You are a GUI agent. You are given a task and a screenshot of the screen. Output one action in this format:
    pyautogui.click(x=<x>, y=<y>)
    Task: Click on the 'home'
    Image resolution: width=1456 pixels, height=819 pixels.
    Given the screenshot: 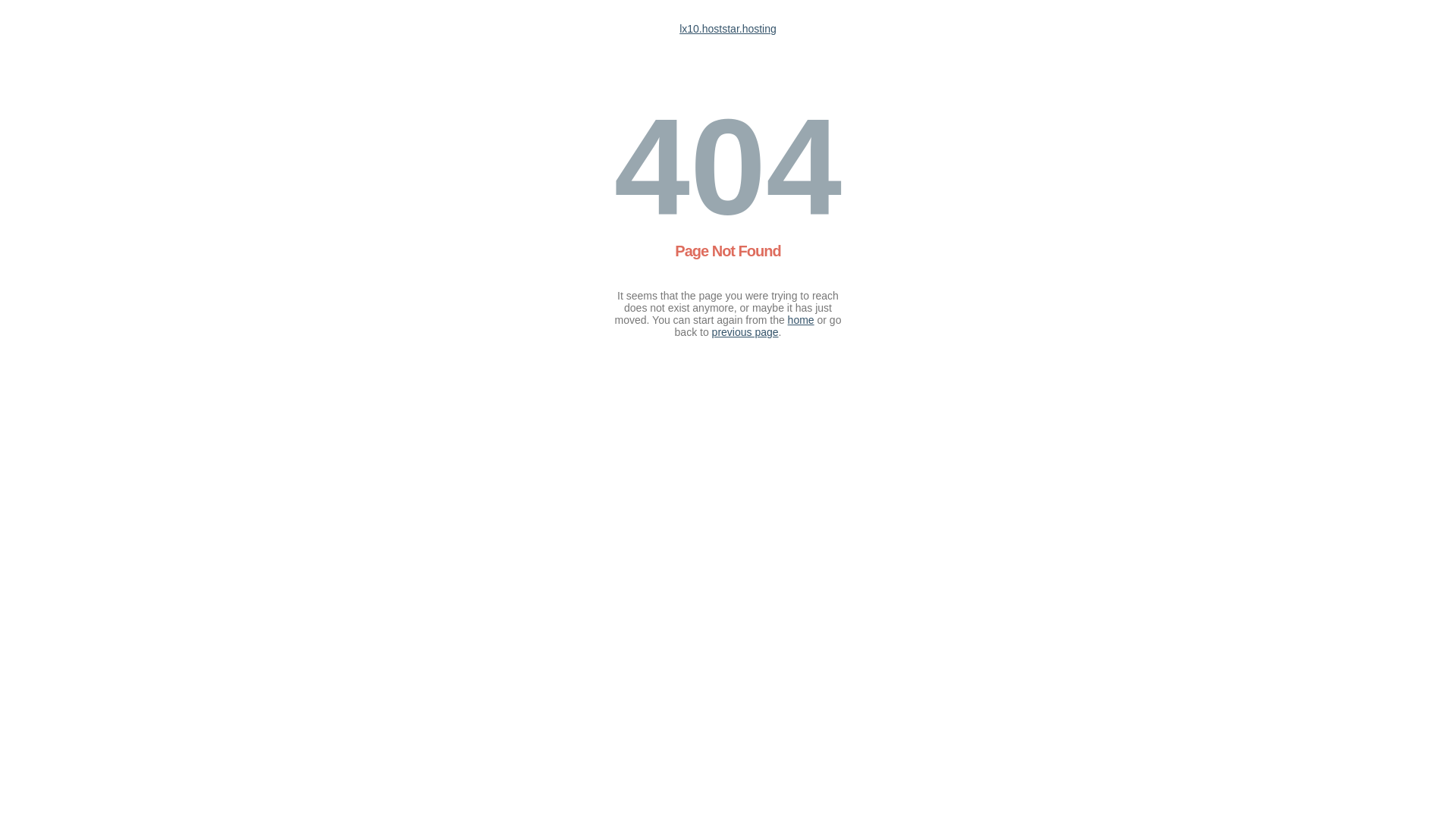 What is the action you would take?
    pyautogui.click(x=800, y=318)
    